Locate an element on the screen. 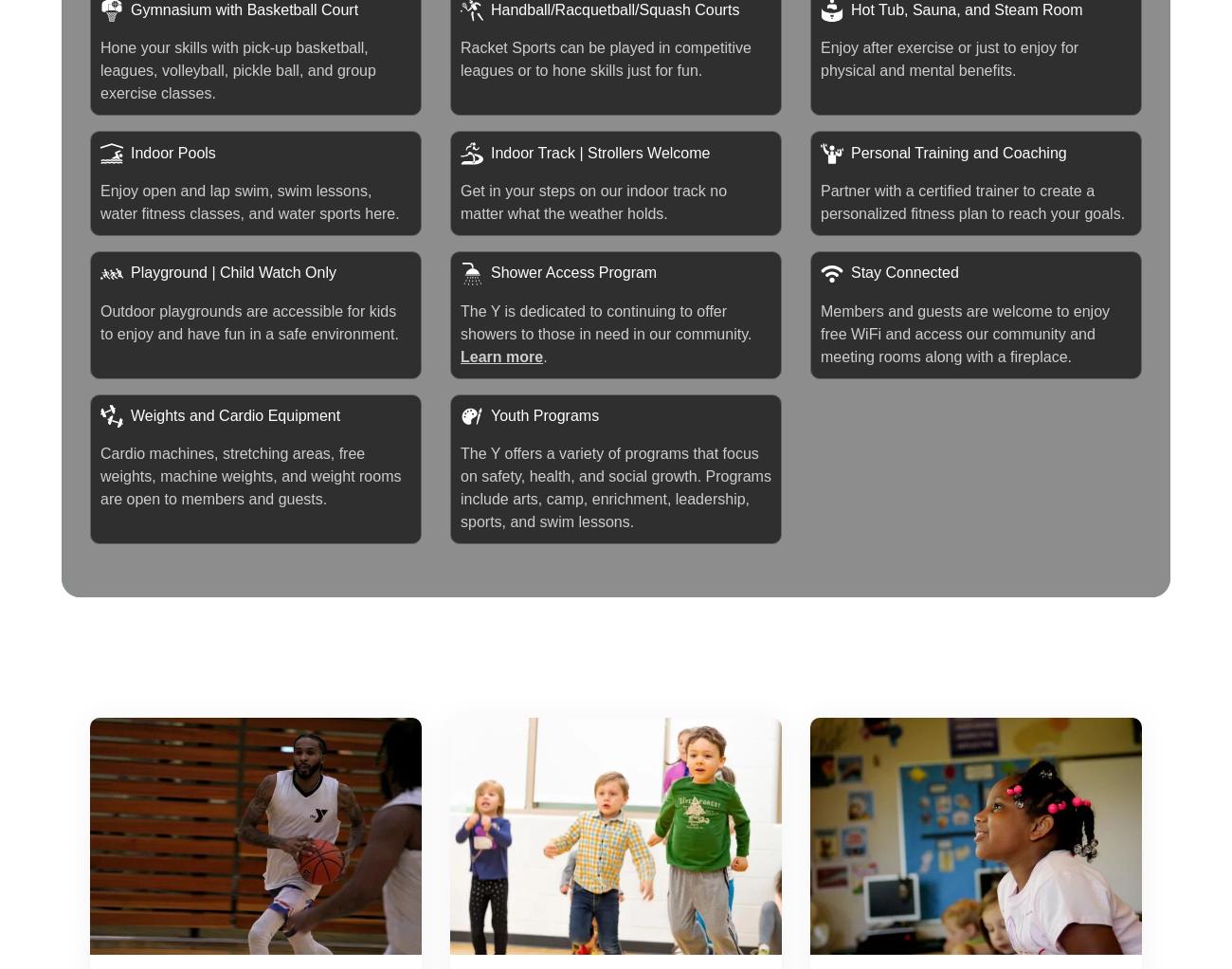 Image resolution: width=1232 pixels, height=969 pixels. 'Indoor Pools' is located at coordinates (172, 151).